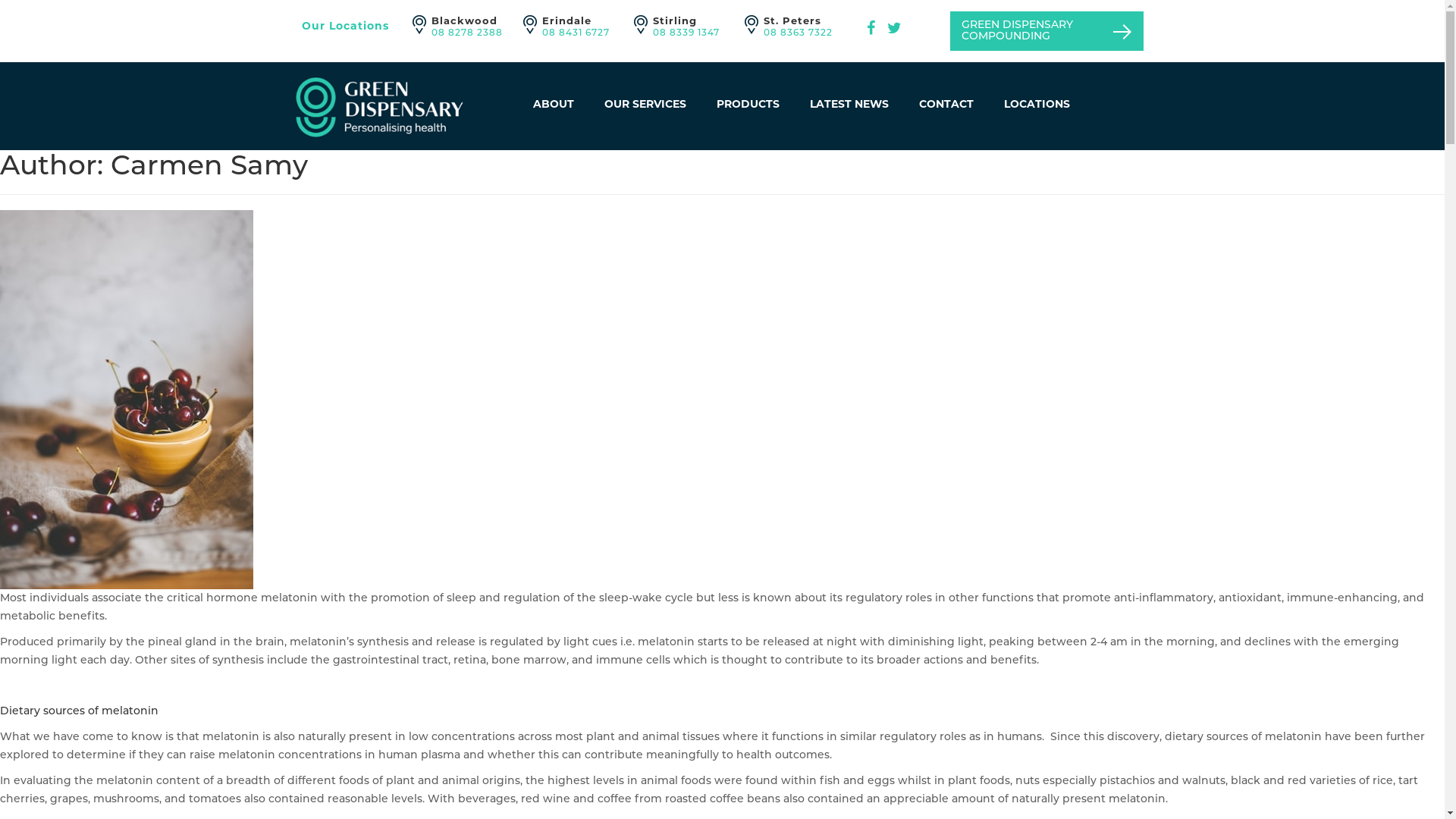 Image resolution: width=1456 pixels, height=819 pixels. I want to click on 'CONTACT', so click(946, 103).